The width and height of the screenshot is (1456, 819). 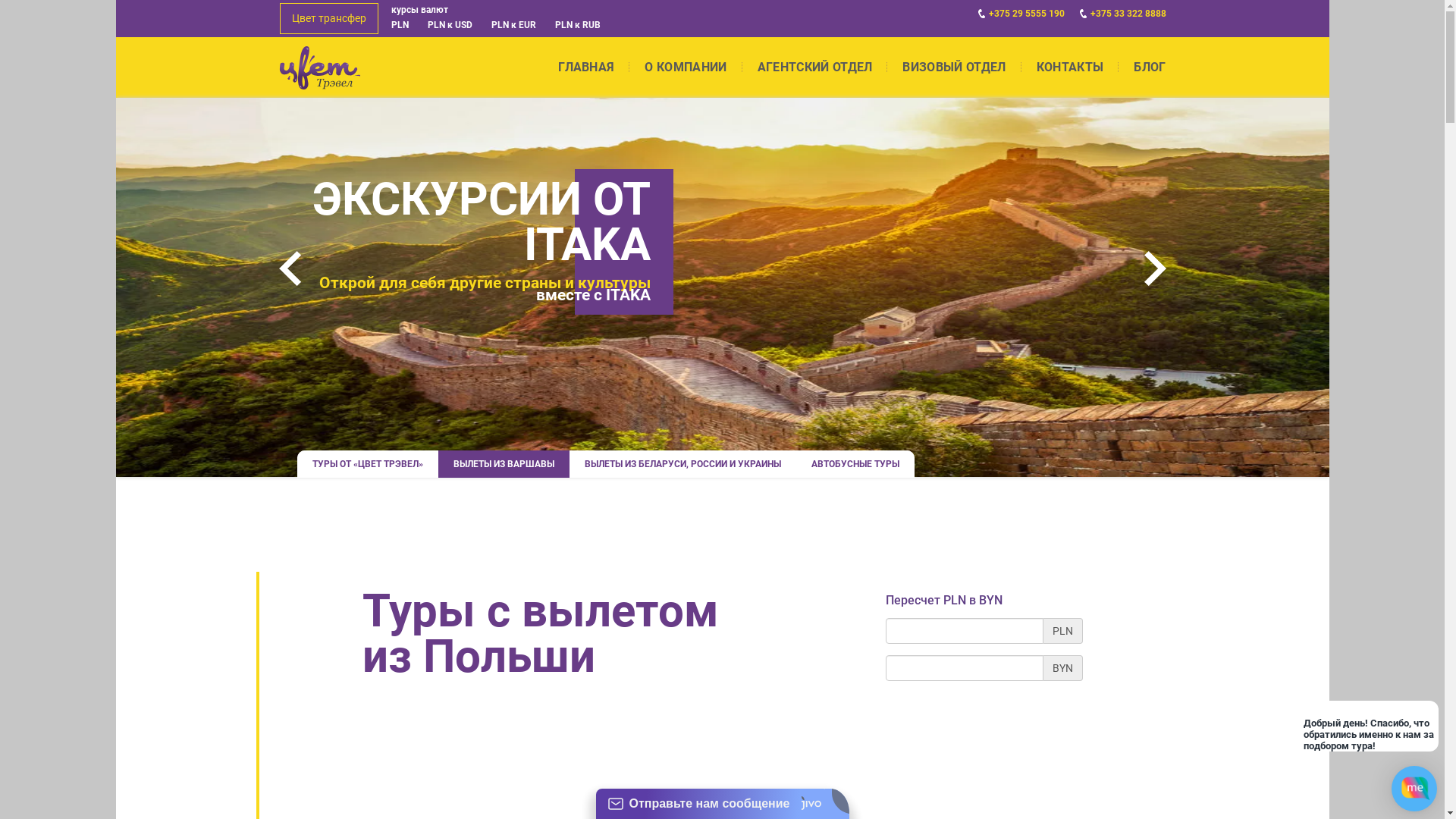 I want to click on '+375 29 5555 190', so click(x=1021, y=14).